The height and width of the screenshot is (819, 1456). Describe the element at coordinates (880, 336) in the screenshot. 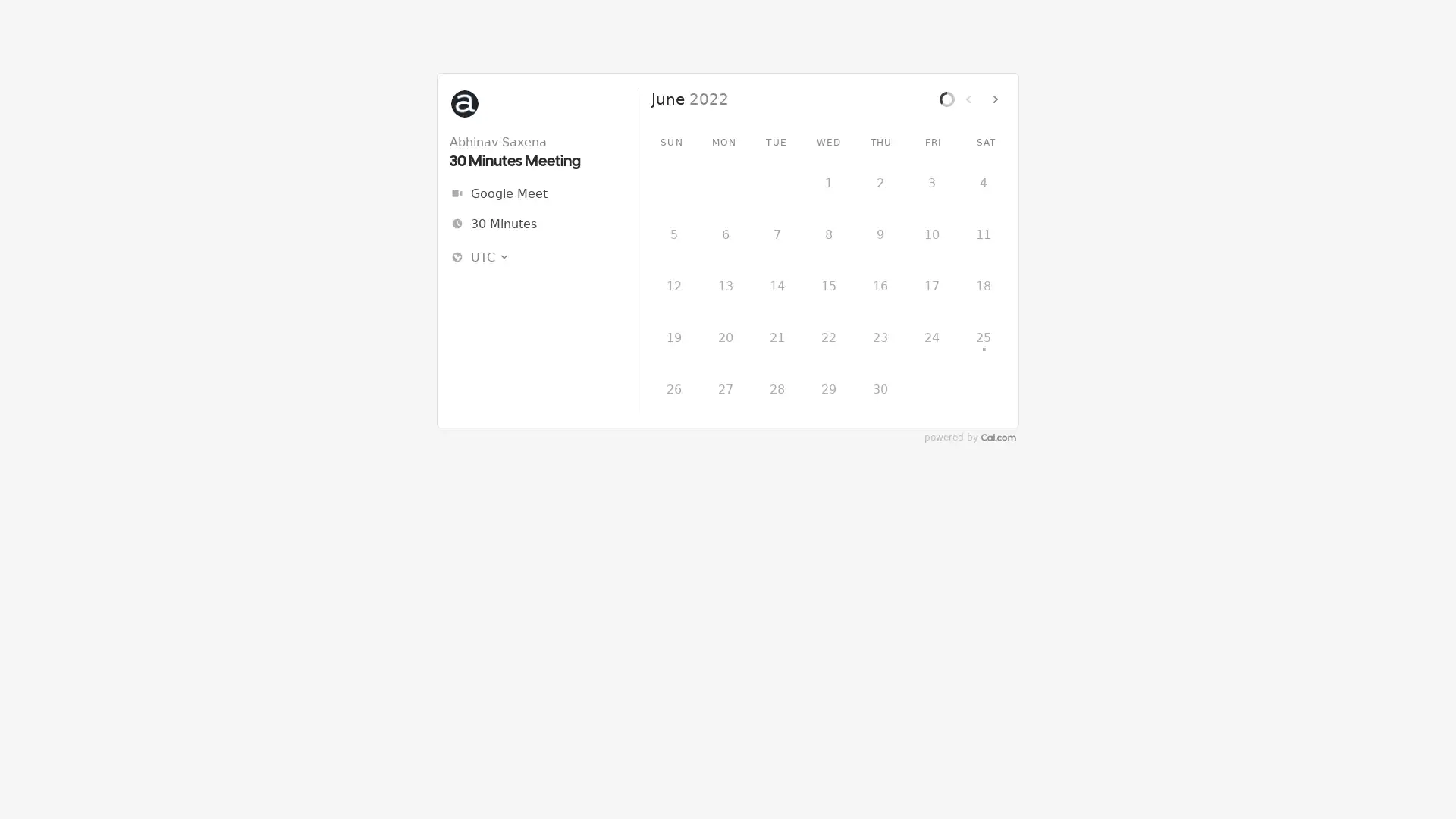

I see `23` at that location.